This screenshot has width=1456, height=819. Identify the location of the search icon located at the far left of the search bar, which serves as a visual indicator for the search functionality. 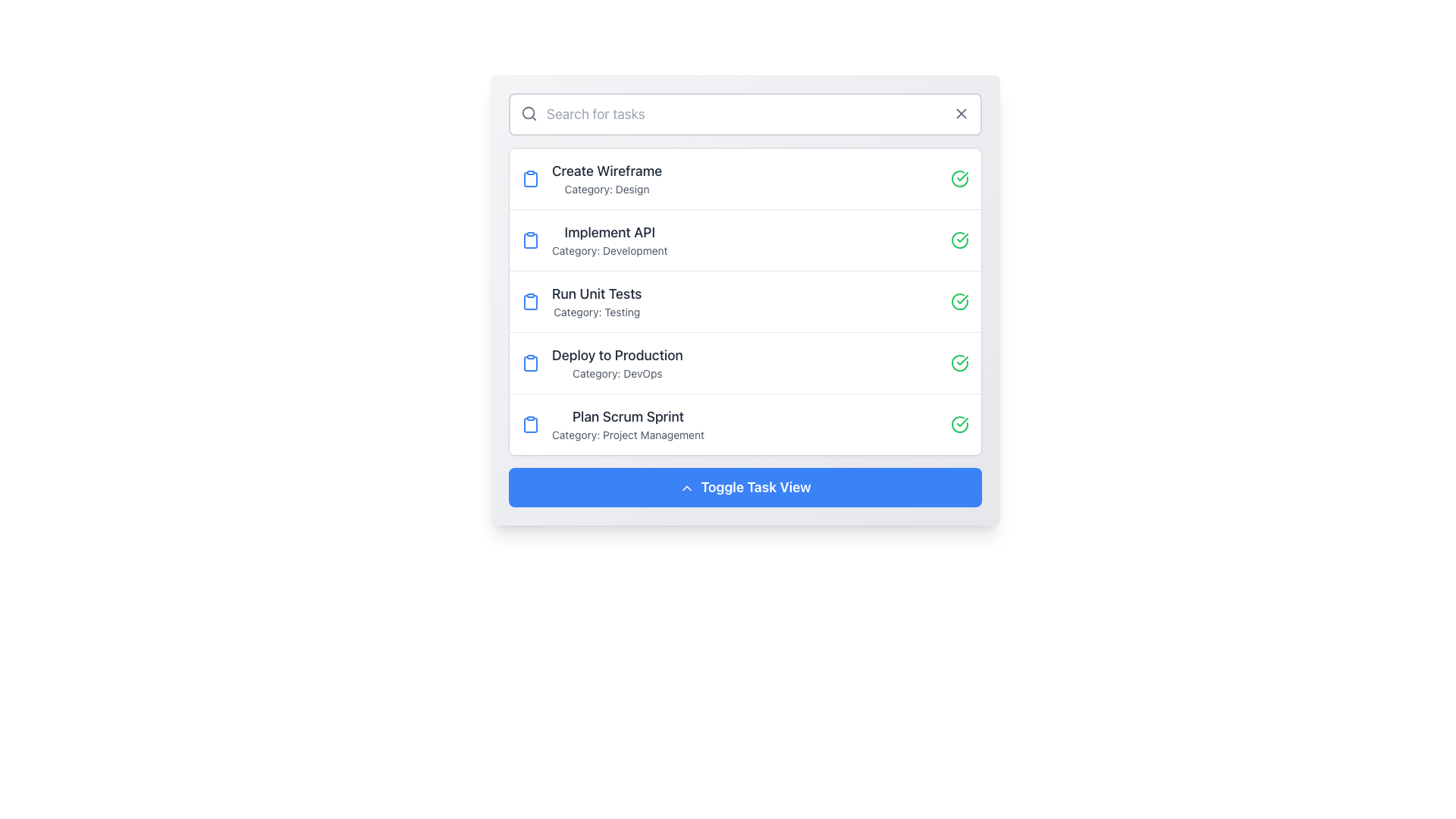
(529, 113).